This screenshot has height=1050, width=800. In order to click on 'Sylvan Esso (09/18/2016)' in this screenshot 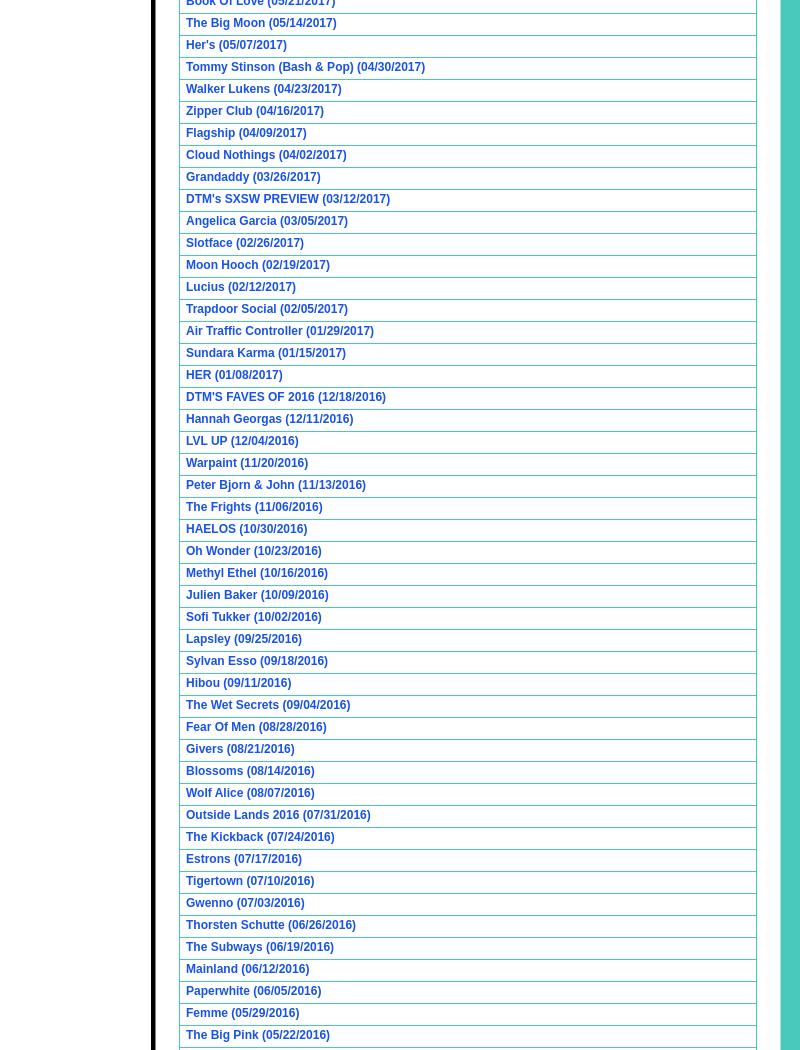, I will do `click(255, 659)`.